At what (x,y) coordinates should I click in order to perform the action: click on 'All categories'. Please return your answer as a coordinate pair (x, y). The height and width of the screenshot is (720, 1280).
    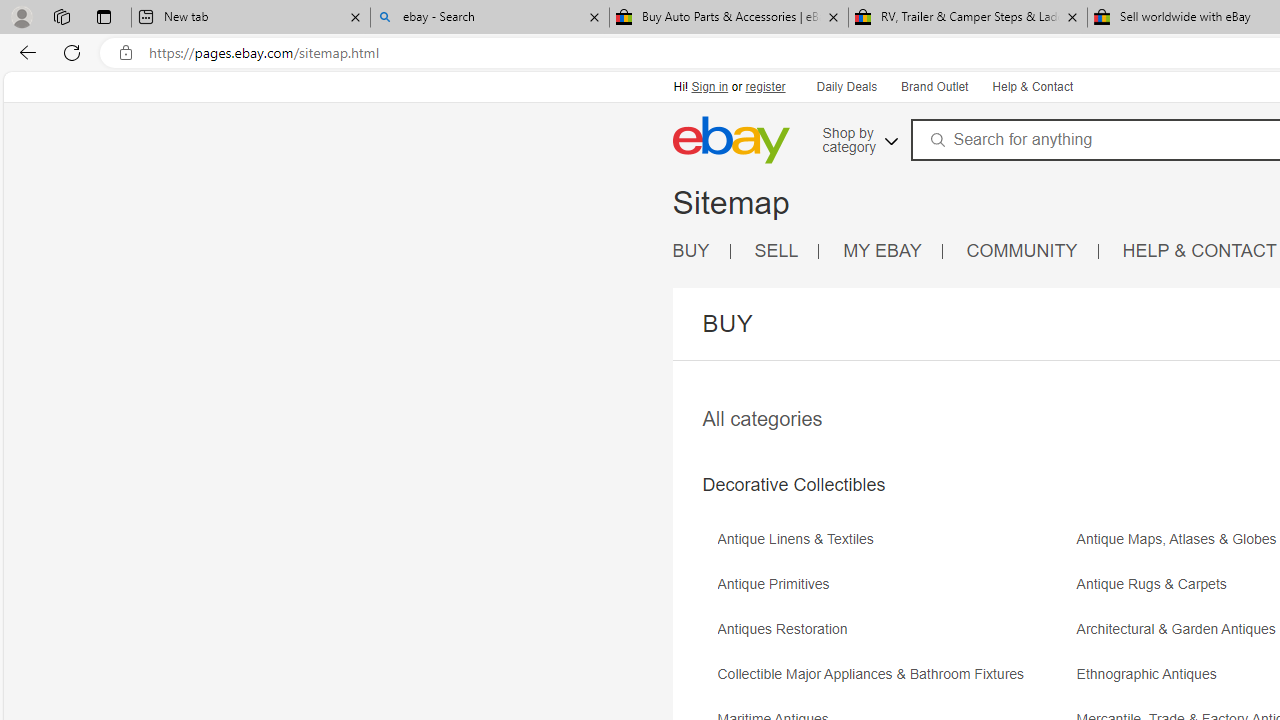
    Looking at the image, I should click on (761, 418).